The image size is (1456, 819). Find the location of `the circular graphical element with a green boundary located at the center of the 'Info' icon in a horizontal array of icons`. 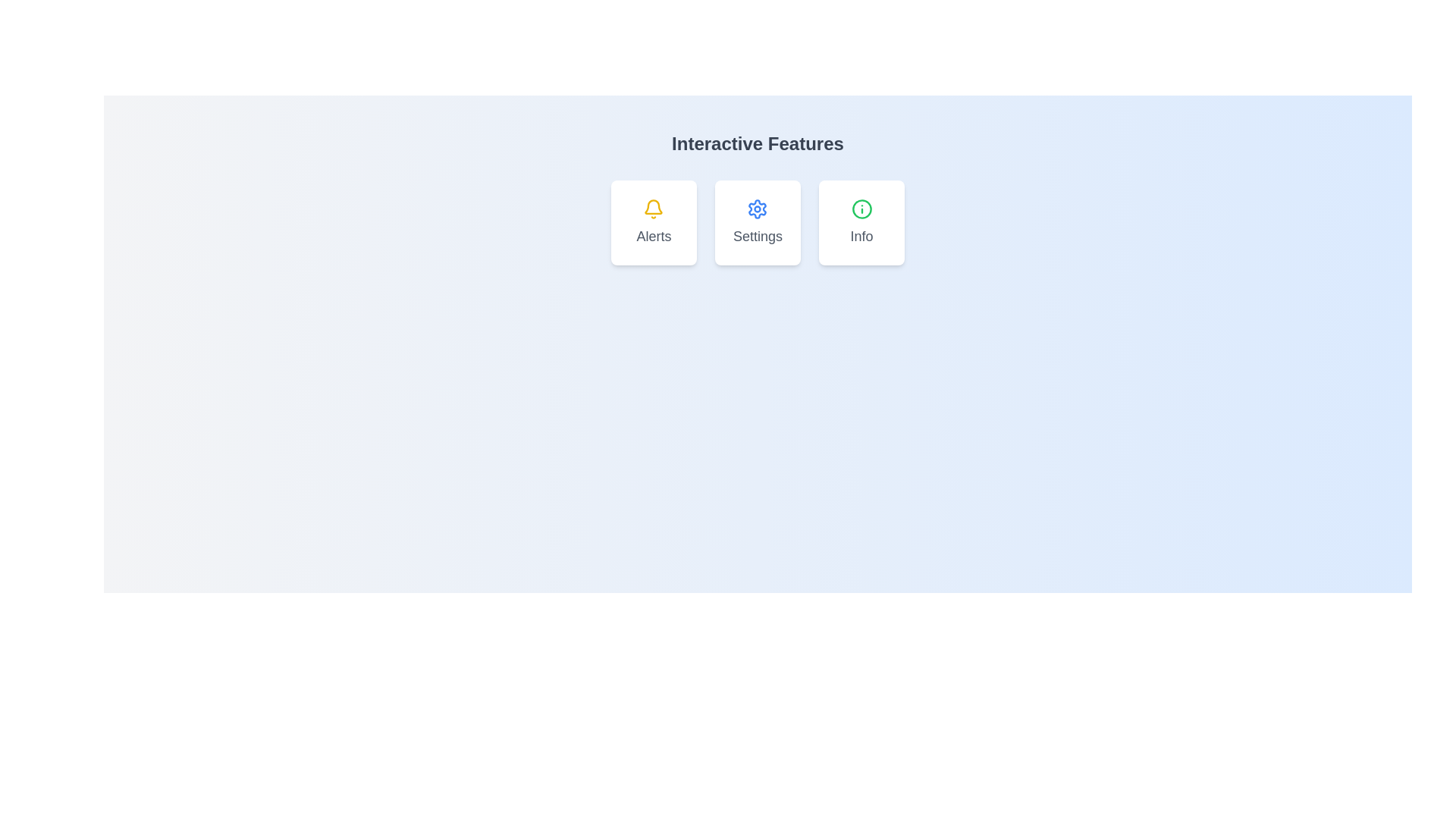

the circular graphical element with a green boundary located at the center of the 'Info' icon in a horizontal array of icons is located at coordinates (861, 209).